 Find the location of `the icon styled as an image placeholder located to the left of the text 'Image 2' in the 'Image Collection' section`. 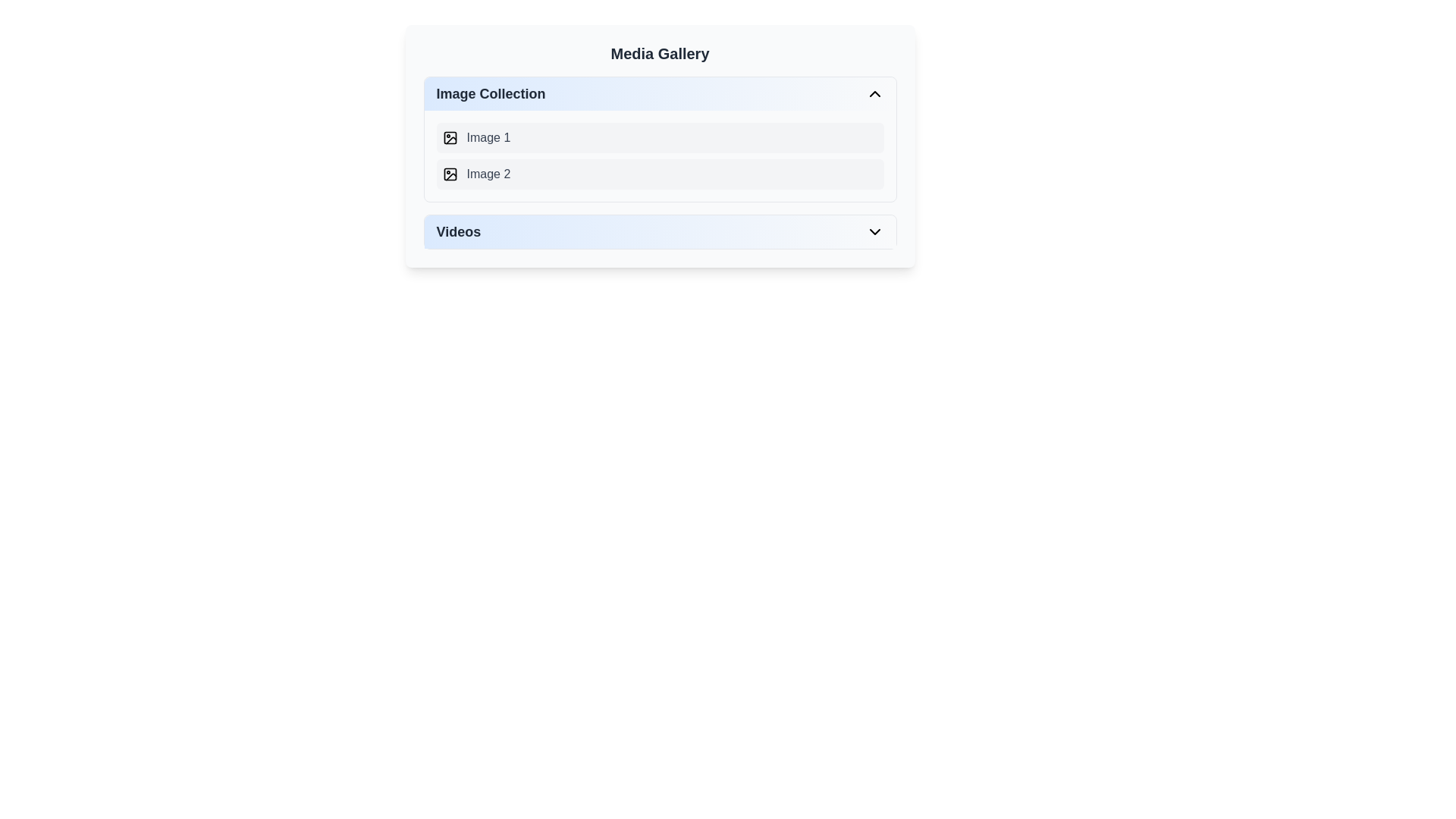

the icon styled as an image placeholder located to the left of the text 'Image 2' in the 'Image Collection' section is located at coordinates (449, 174).